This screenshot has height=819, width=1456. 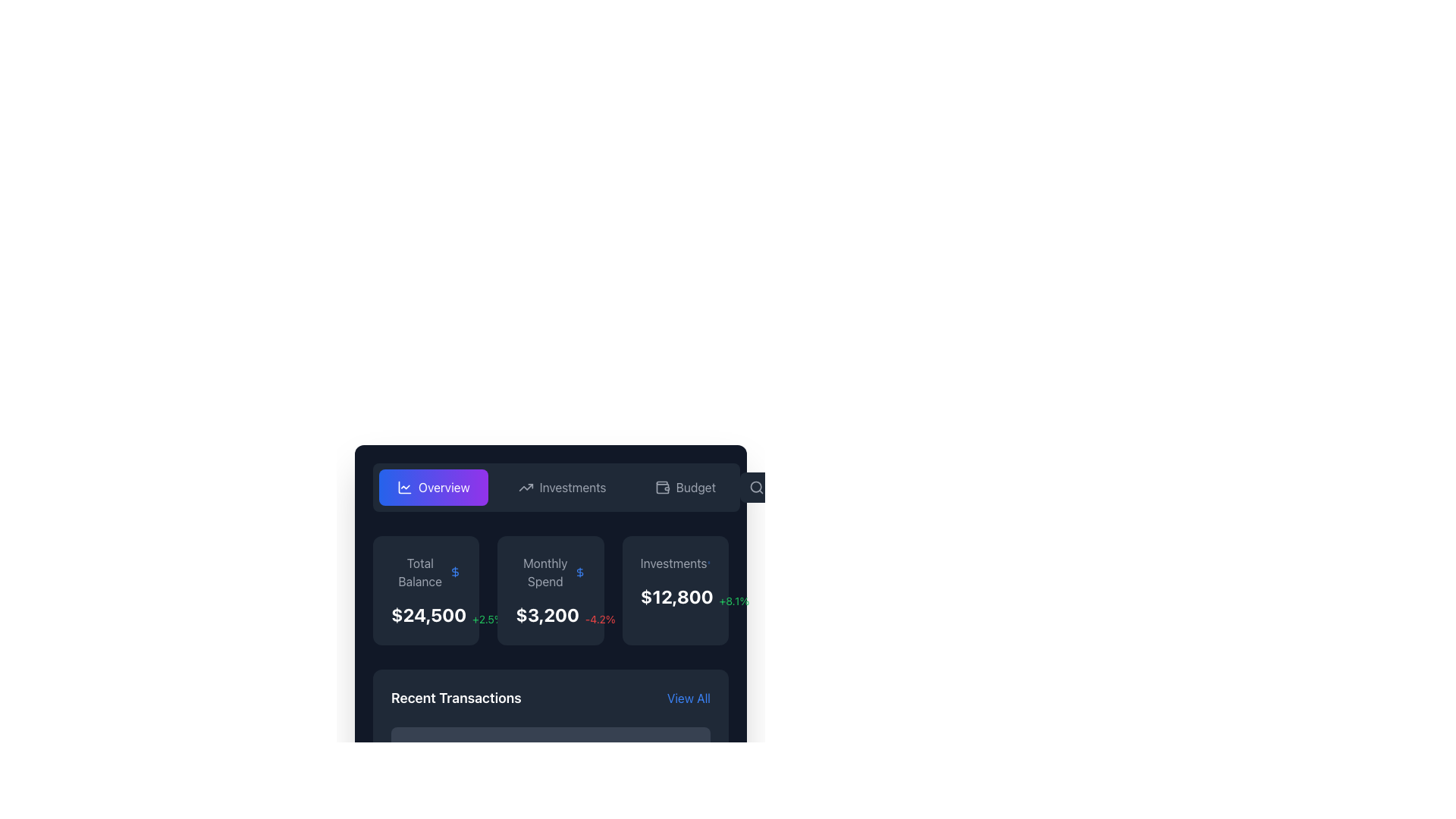 I want to click on text label displaying '+2.5%' which signifies a positive change and is located to the right of the '$24,500' text, so click(x=488, y=620).